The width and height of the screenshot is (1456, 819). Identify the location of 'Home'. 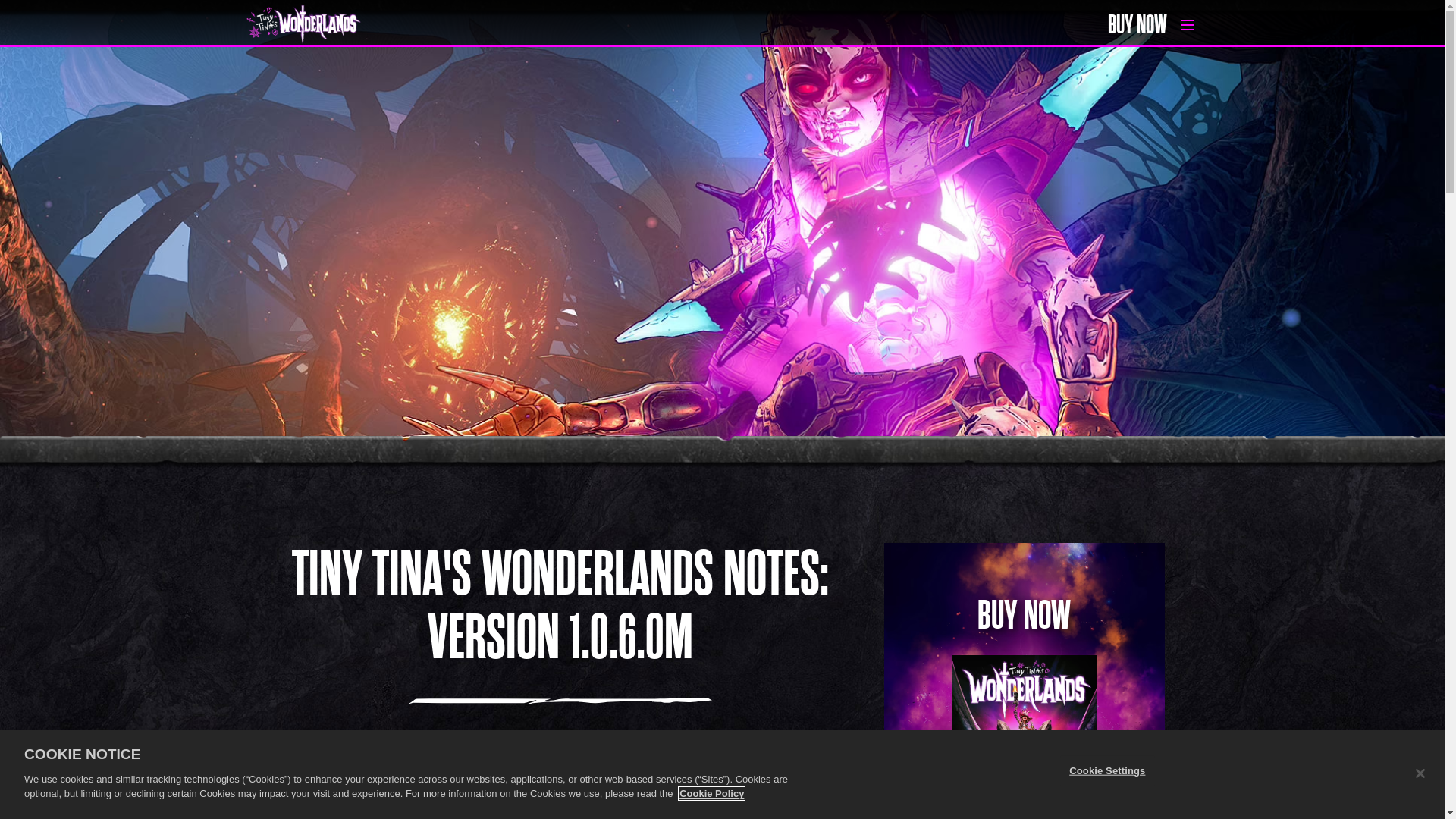
(246, 25).